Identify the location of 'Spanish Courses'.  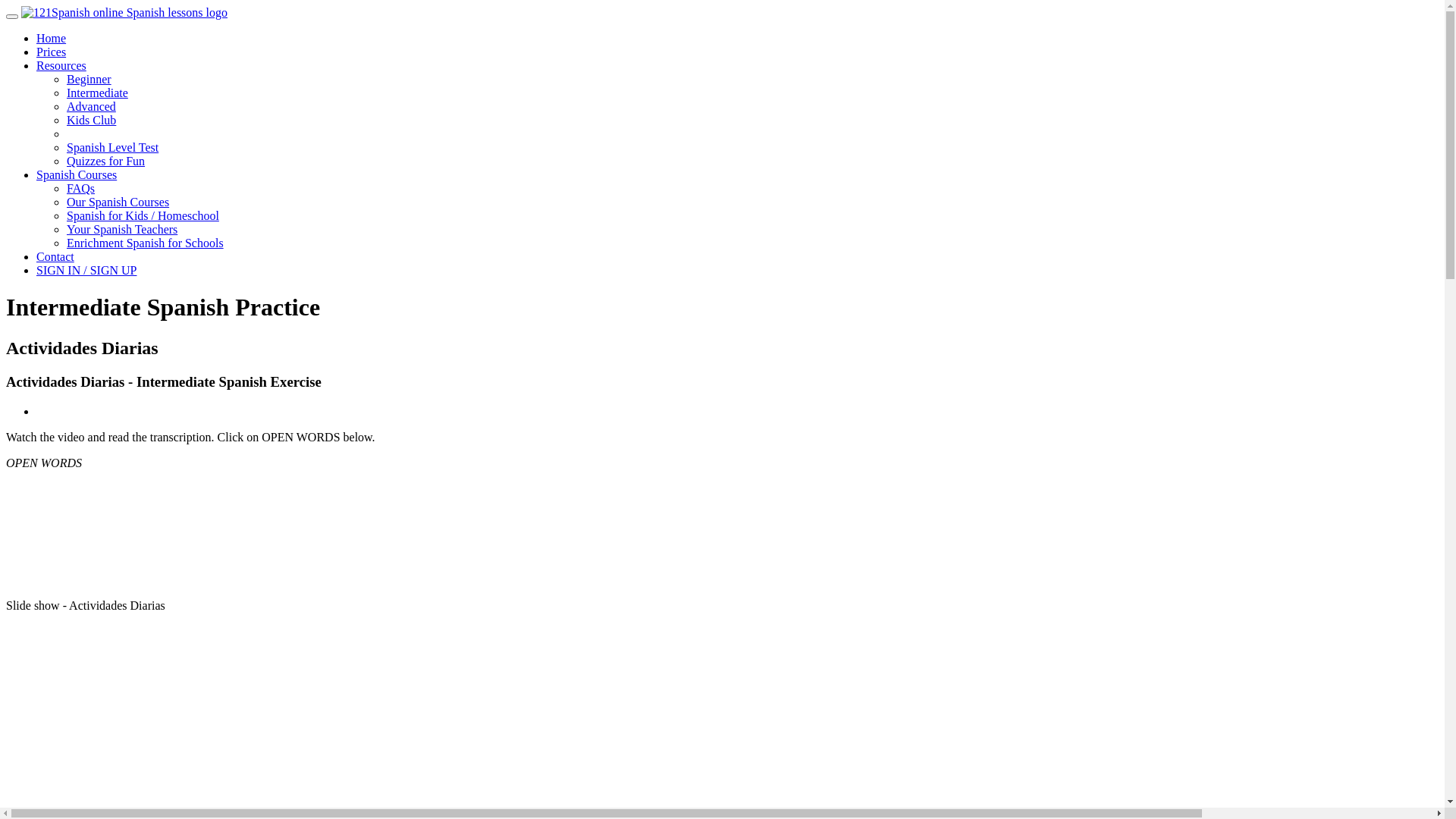
(75, 174).